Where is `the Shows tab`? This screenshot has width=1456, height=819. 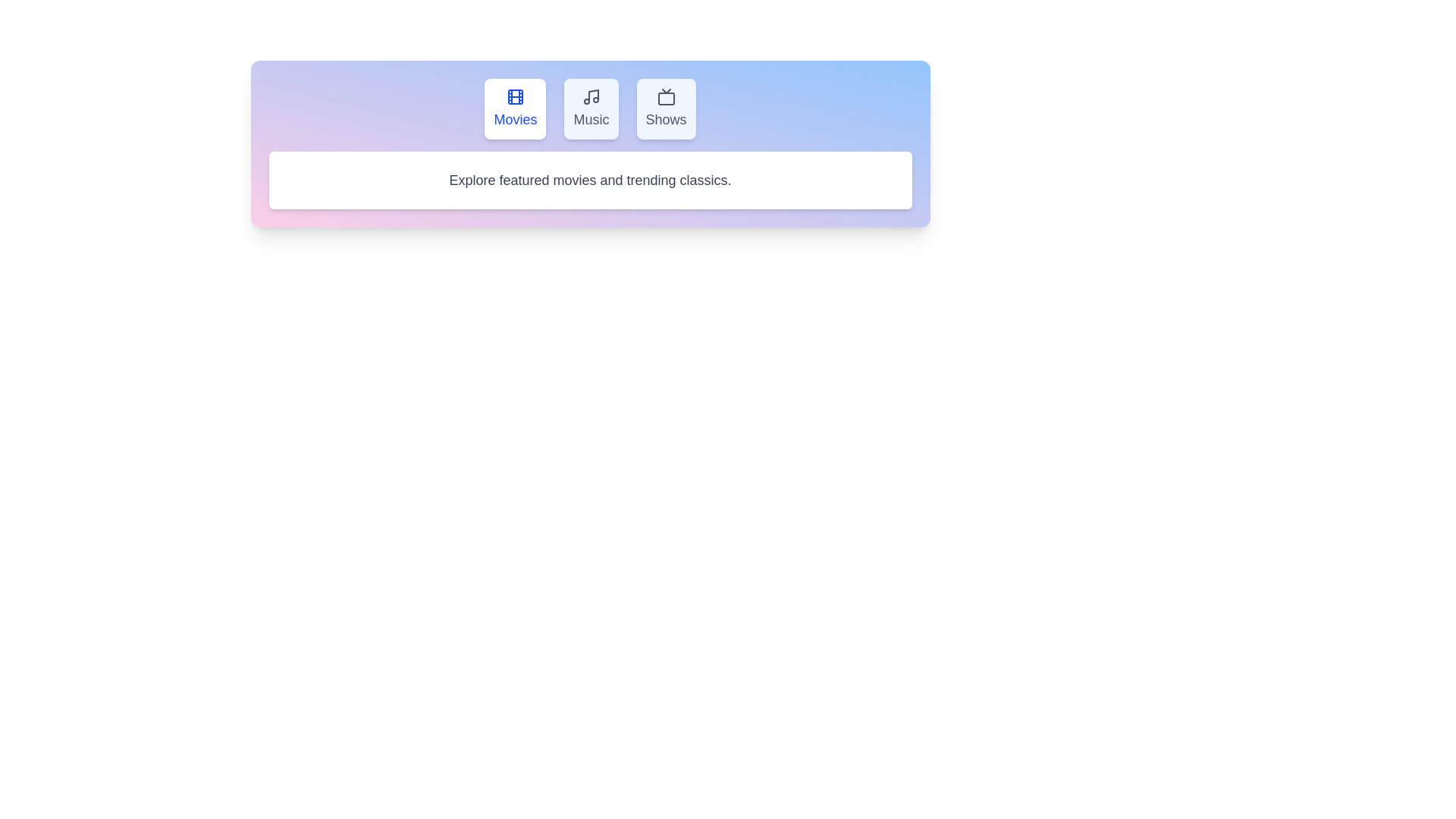 the Shows tab is located at coordinates (666, 108).